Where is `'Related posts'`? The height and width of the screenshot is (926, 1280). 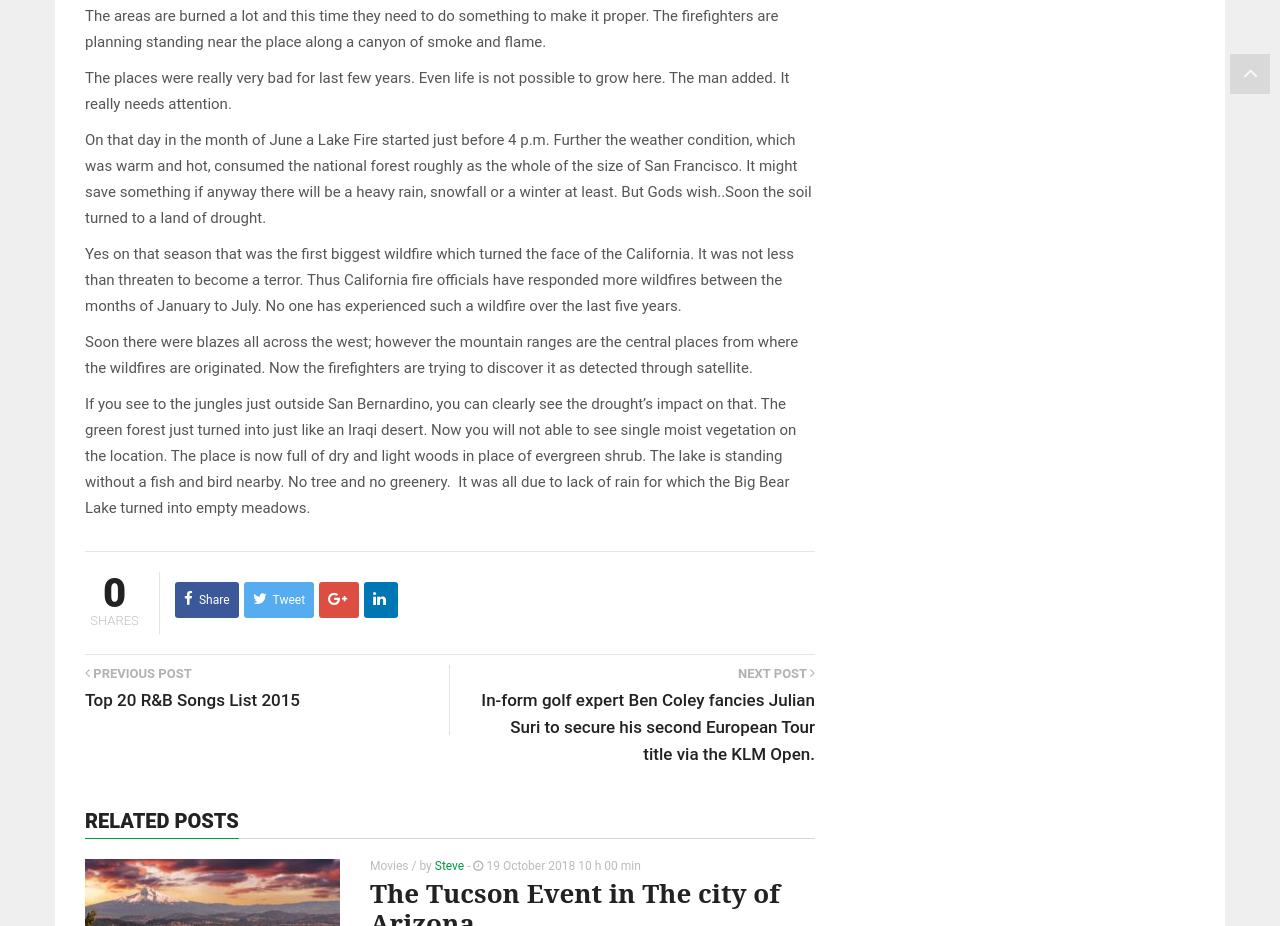
'Related posts' is located at coordinates (161, 819).